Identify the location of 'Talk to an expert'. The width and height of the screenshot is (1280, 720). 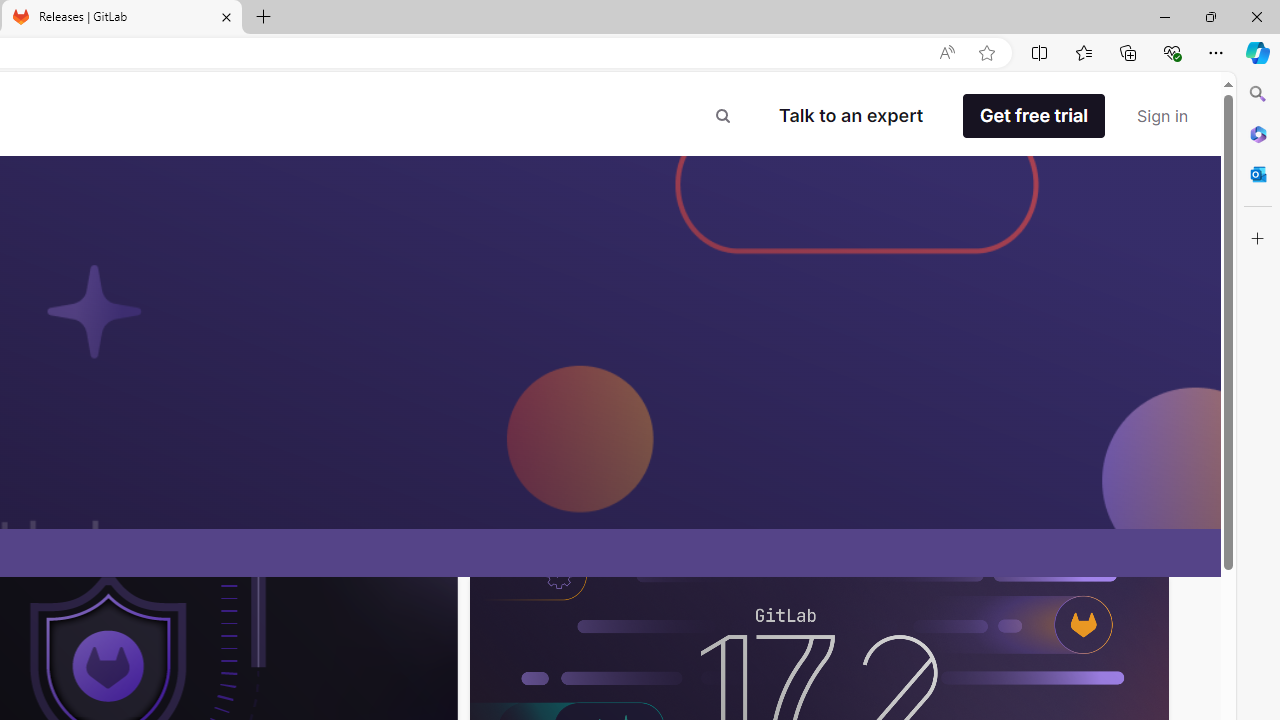
(850, 115).